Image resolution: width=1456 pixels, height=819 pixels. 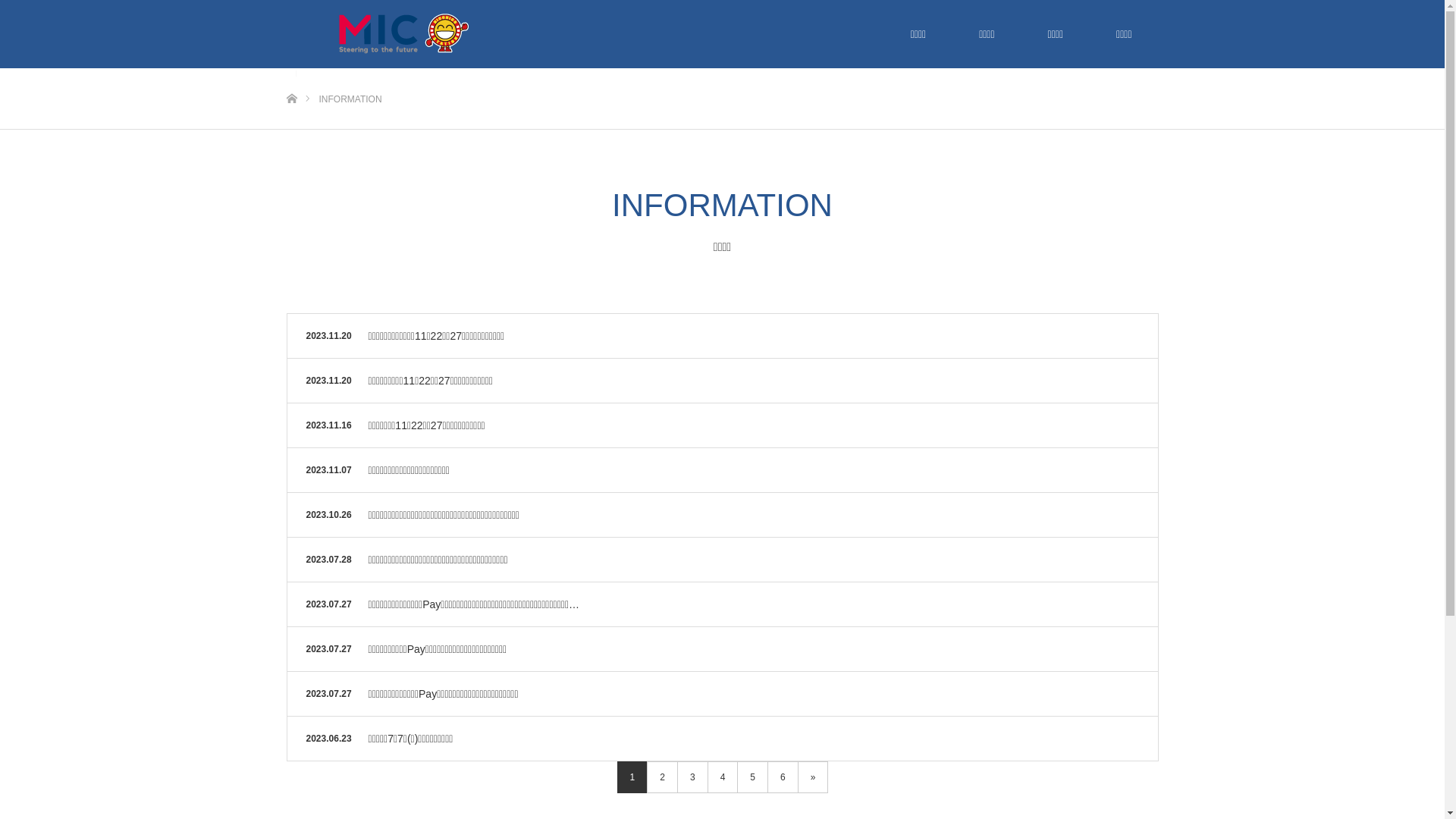 What do you see at coordinates (783, 777) in the screenshot?
I see `'6'` at bounding box center [783, 777].